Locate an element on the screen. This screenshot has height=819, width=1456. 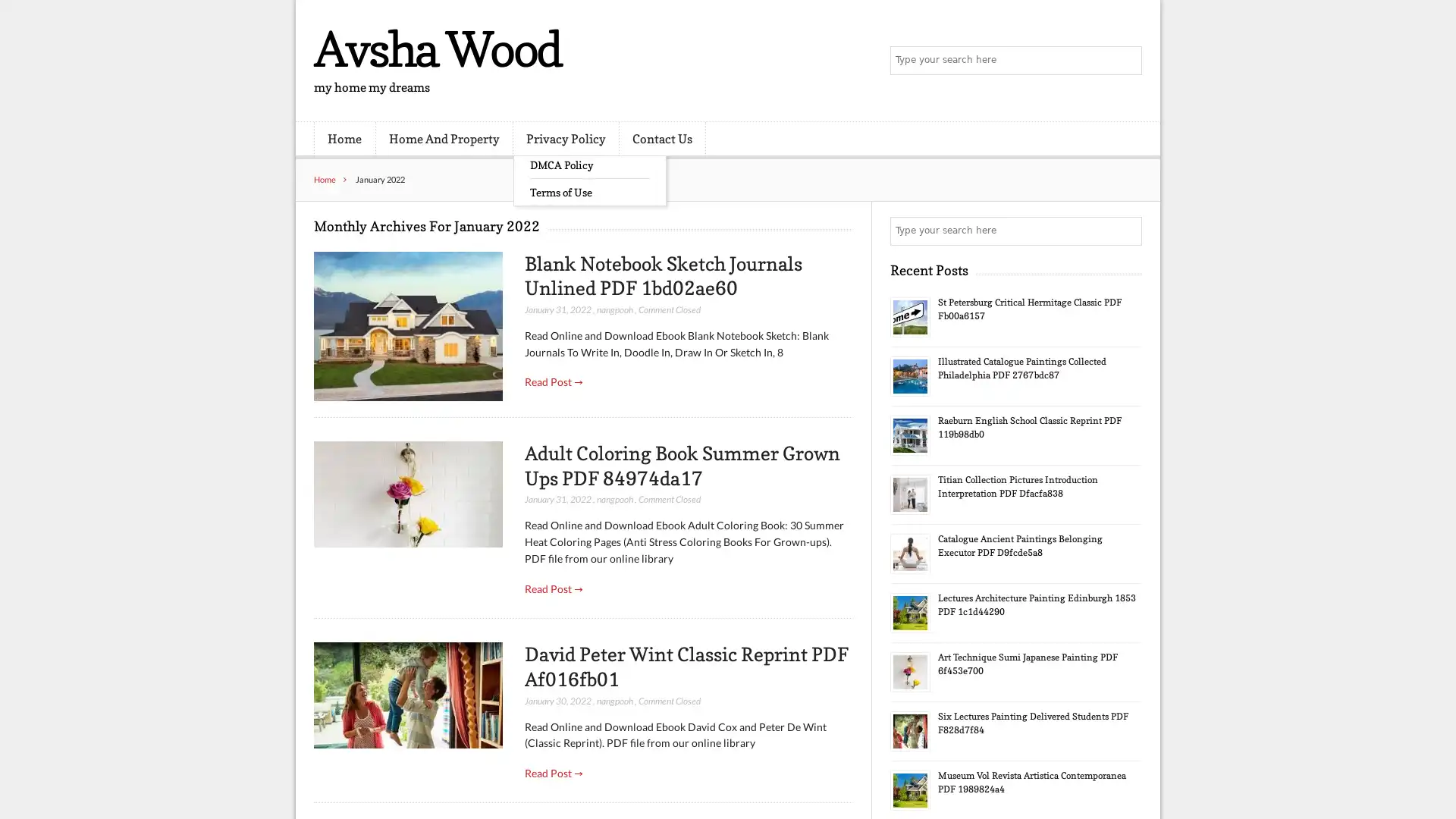
Search is located at coordinates (1126, 231).